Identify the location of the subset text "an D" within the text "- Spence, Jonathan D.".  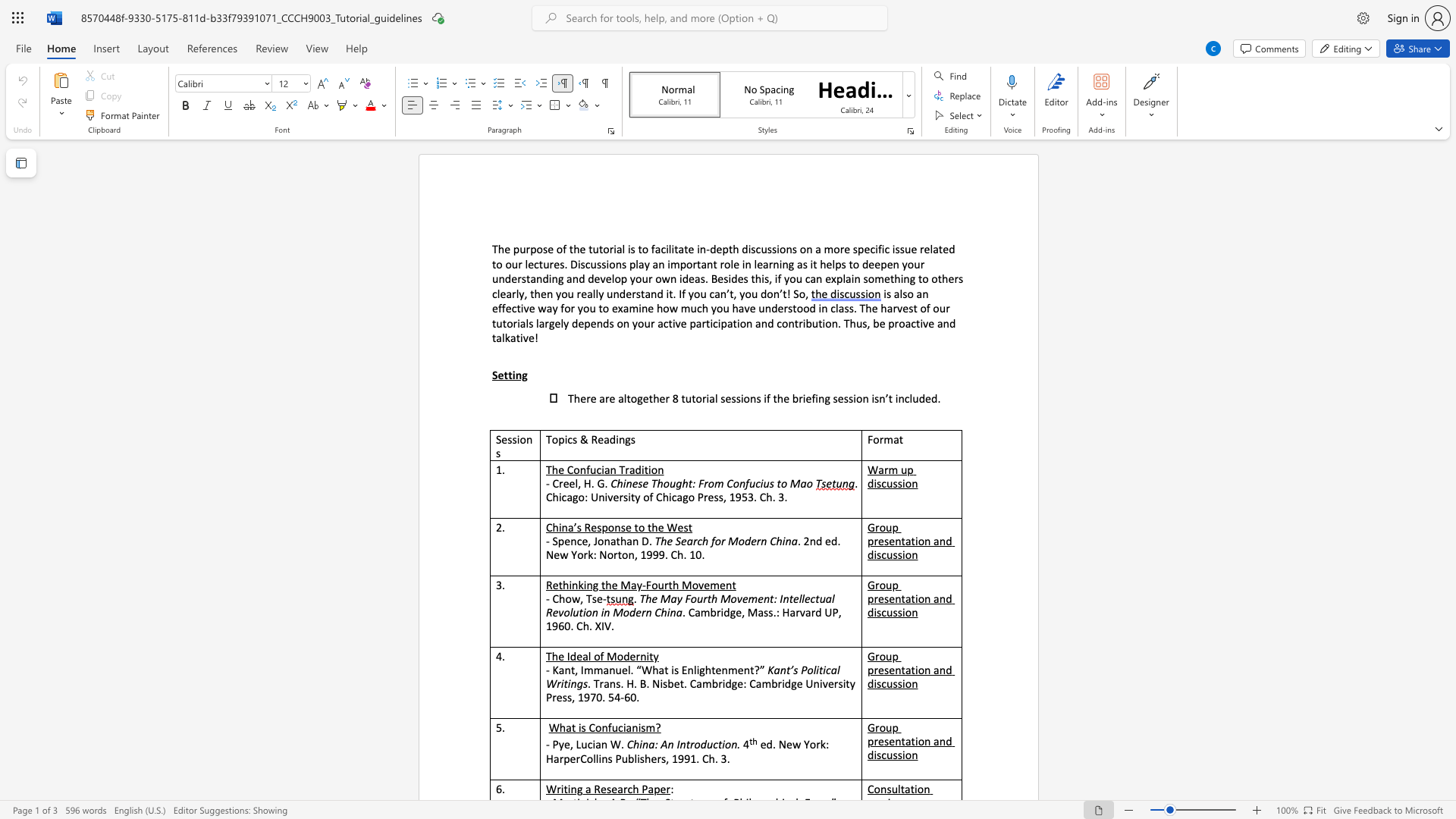
(626, 540).